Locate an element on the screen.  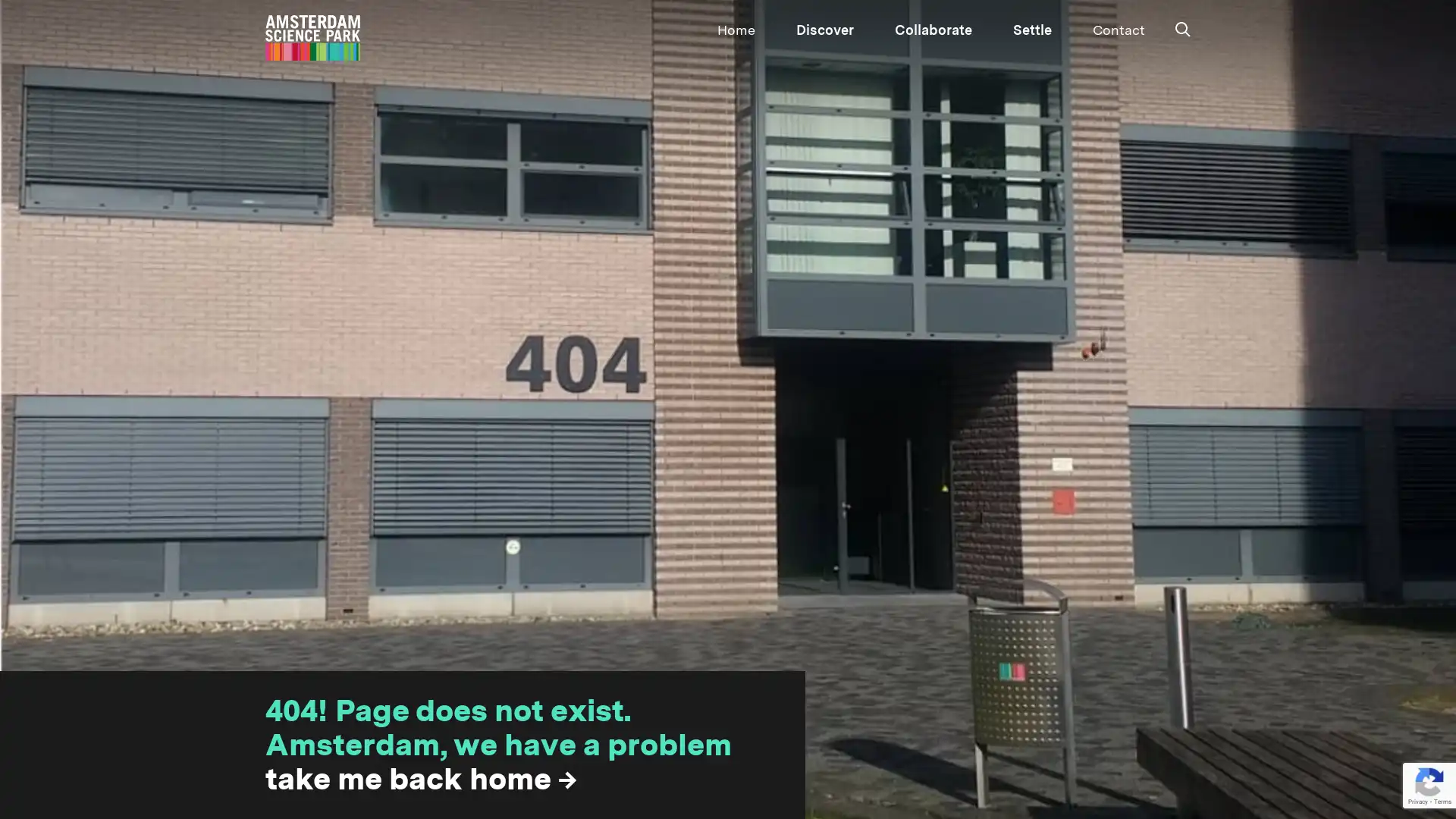
SEARCH is located at coordinates (711, 27).